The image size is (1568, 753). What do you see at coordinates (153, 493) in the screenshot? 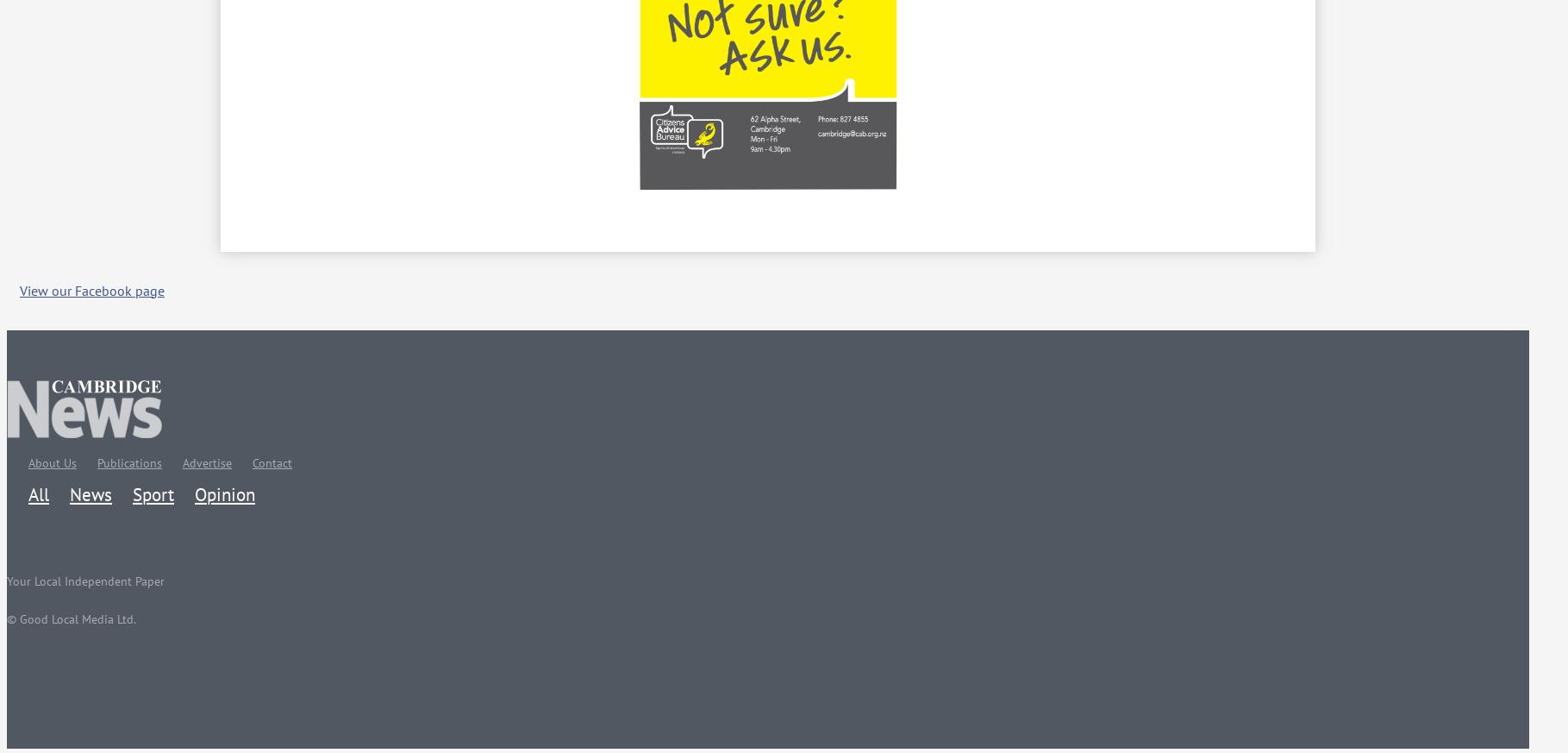
I see `'Sport'` at bounding box center [153, 493].